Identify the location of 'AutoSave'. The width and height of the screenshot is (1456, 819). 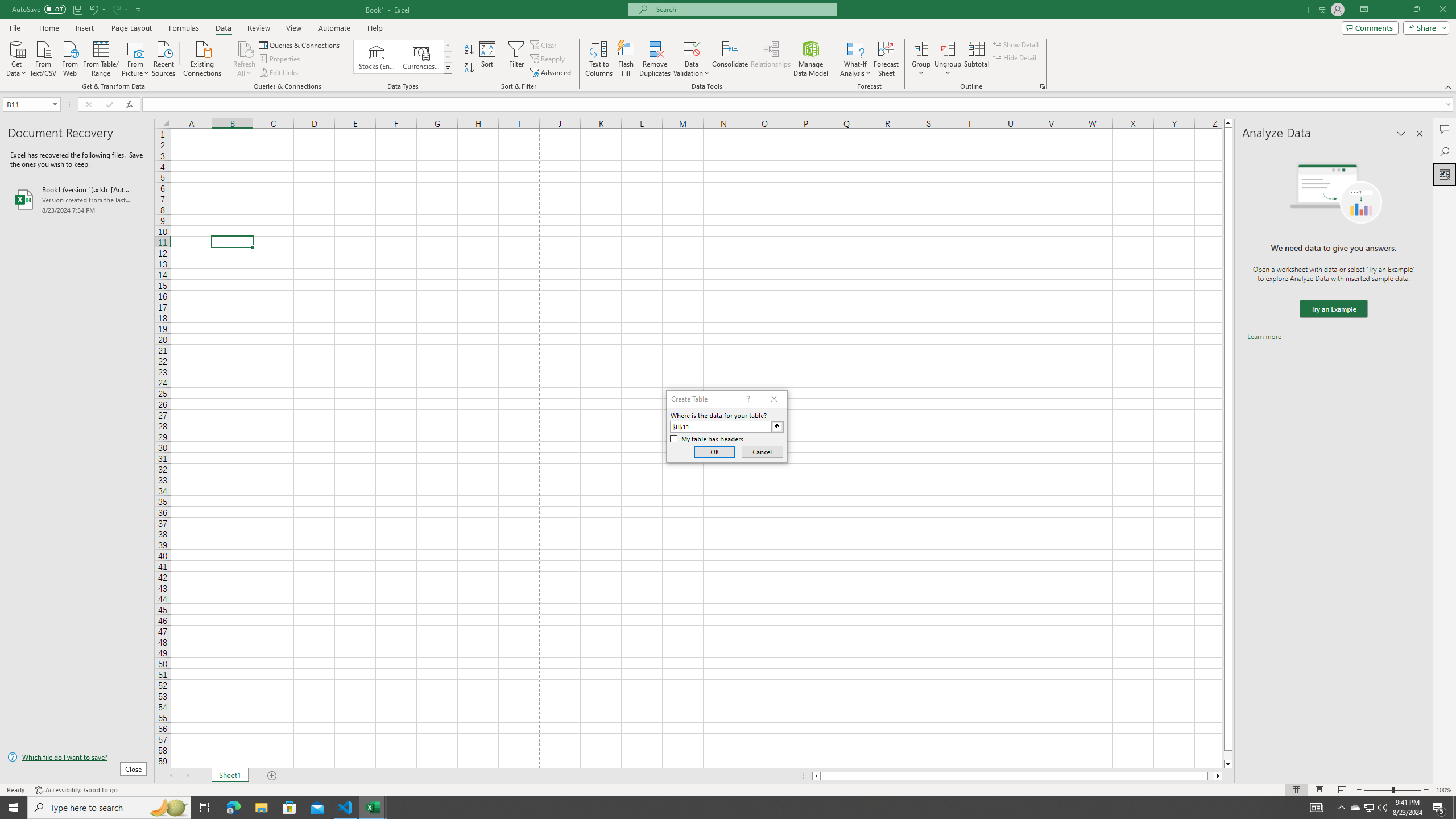
(39, 9).